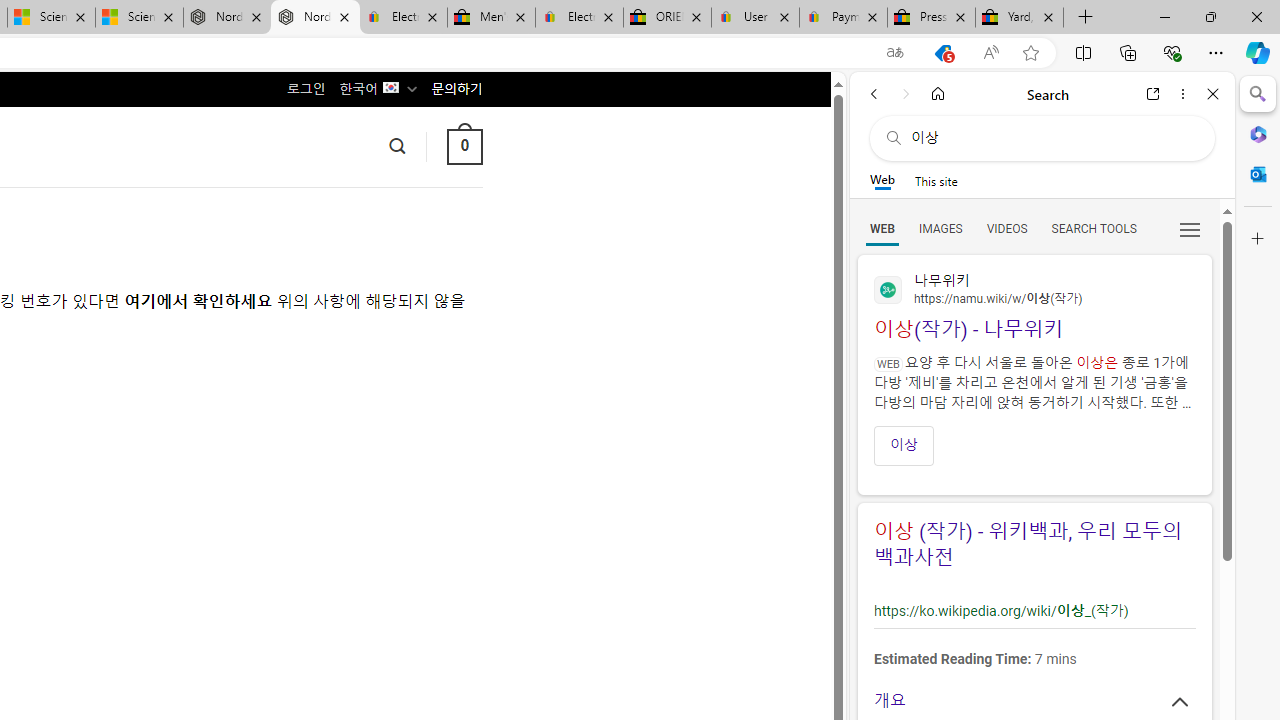 This screenshot has height=720, width=1280. I want to click on '  0  ', so click(463, 145).